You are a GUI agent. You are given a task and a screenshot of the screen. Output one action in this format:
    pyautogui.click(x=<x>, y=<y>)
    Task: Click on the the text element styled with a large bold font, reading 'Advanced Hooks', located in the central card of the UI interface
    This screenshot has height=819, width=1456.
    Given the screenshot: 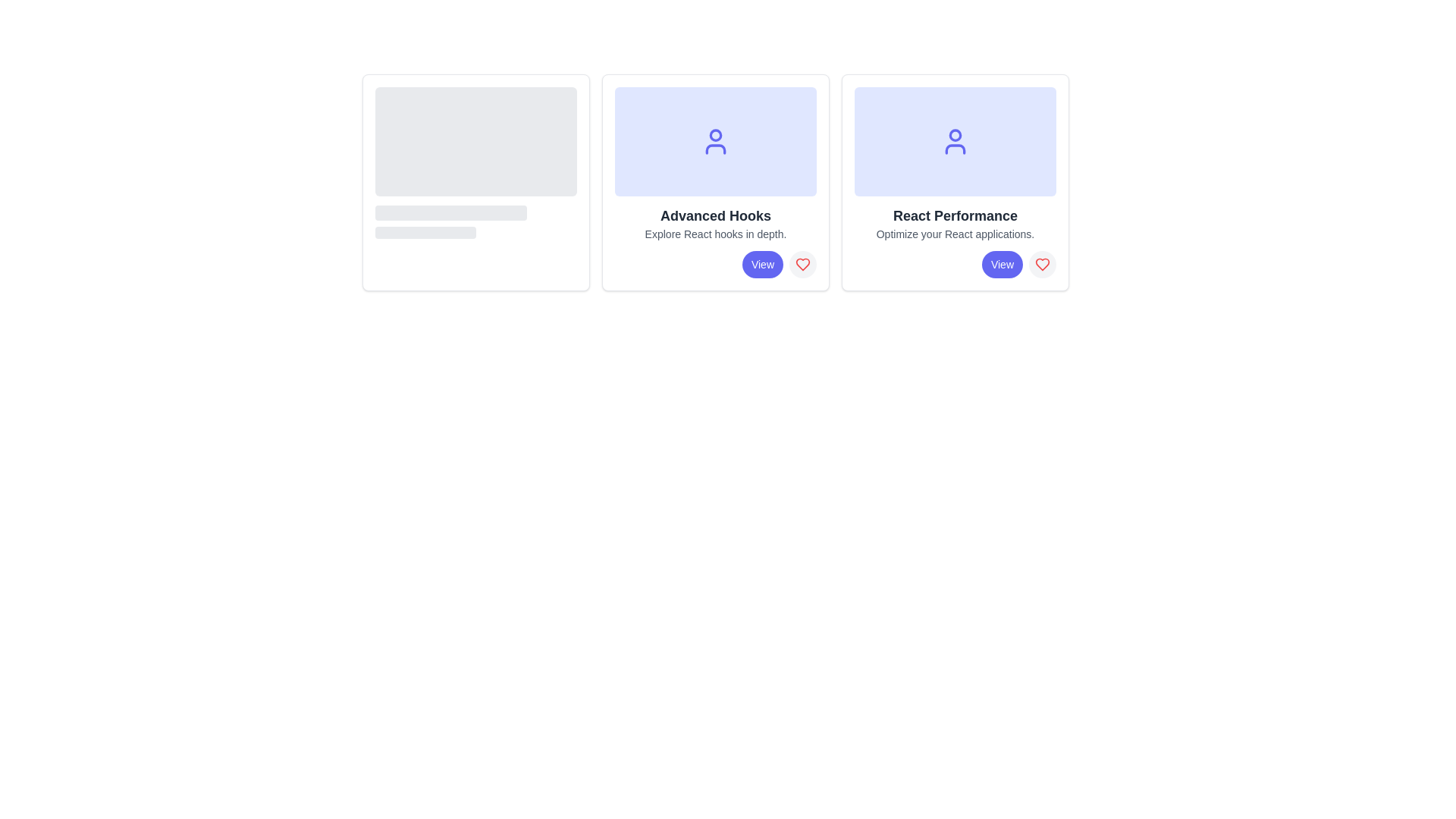 What is the action you would take?
    pyautogui.click(x=715, y=216)
    